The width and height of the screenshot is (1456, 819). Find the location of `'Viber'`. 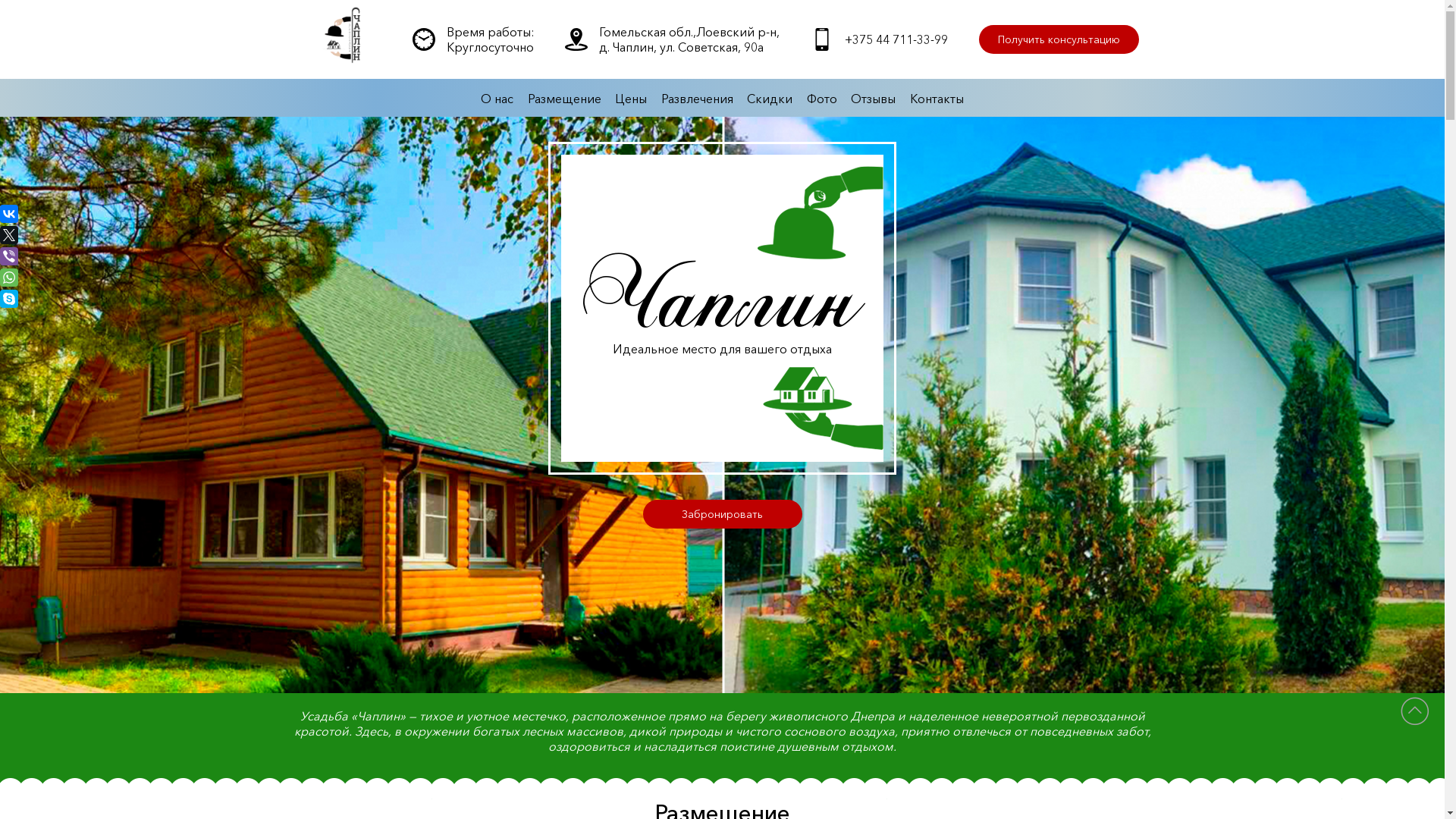

'Viber' is located at coordinates (9, 256).